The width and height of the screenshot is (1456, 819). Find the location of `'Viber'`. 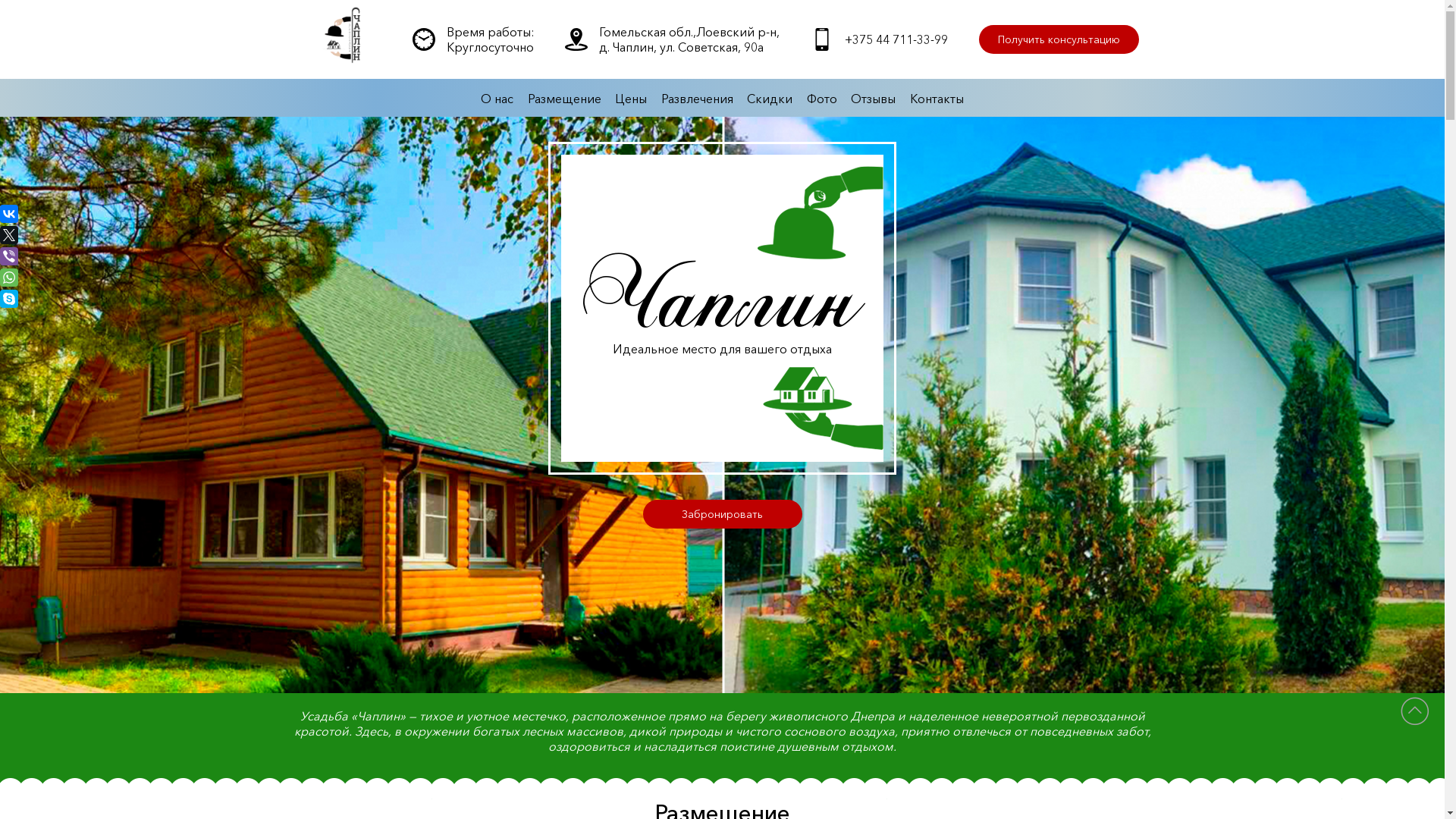

'Viber' is located at coordinates (9, 256).